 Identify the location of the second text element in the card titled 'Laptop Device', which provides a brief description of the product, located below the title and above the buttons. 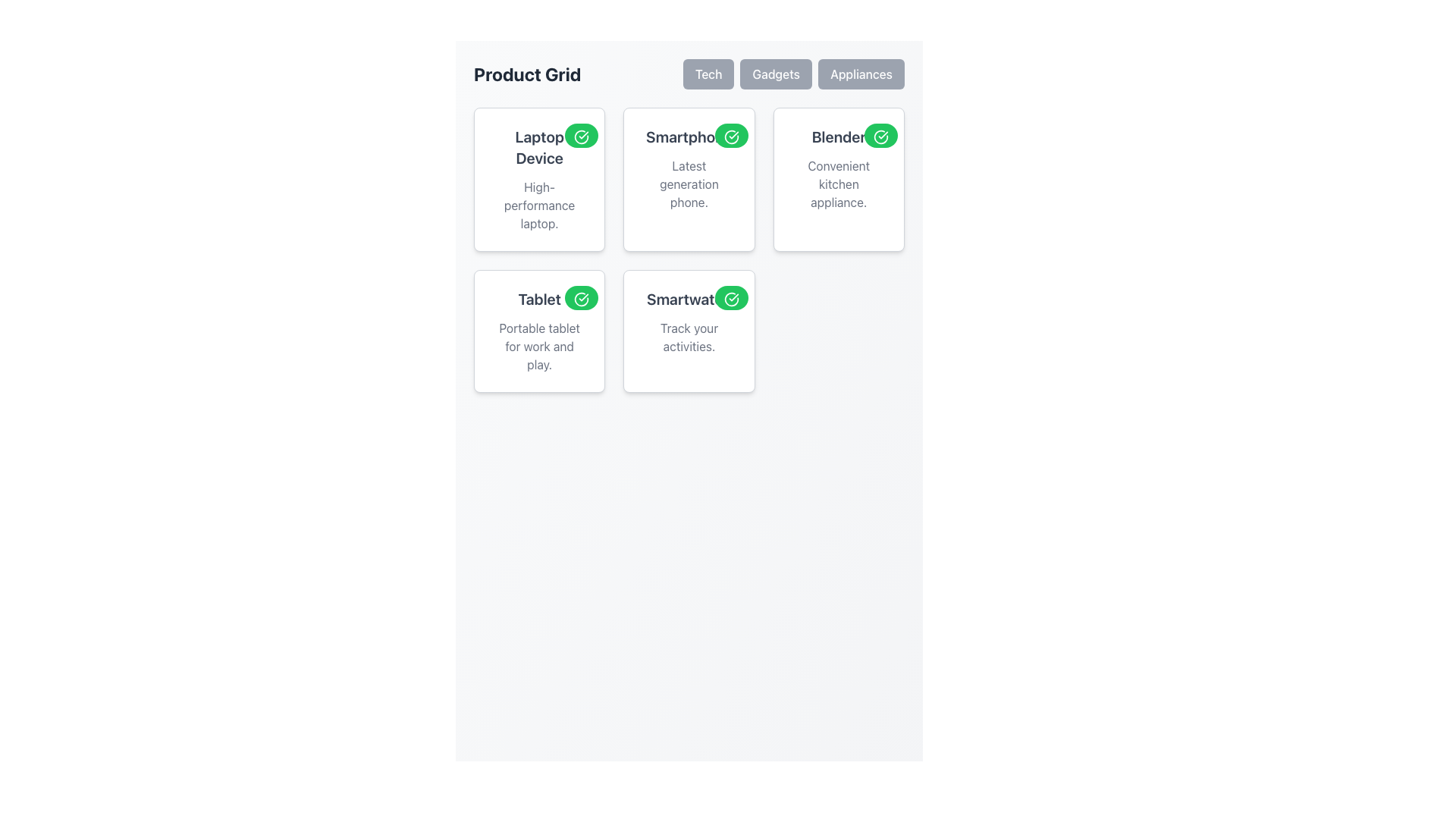
(539, 205).